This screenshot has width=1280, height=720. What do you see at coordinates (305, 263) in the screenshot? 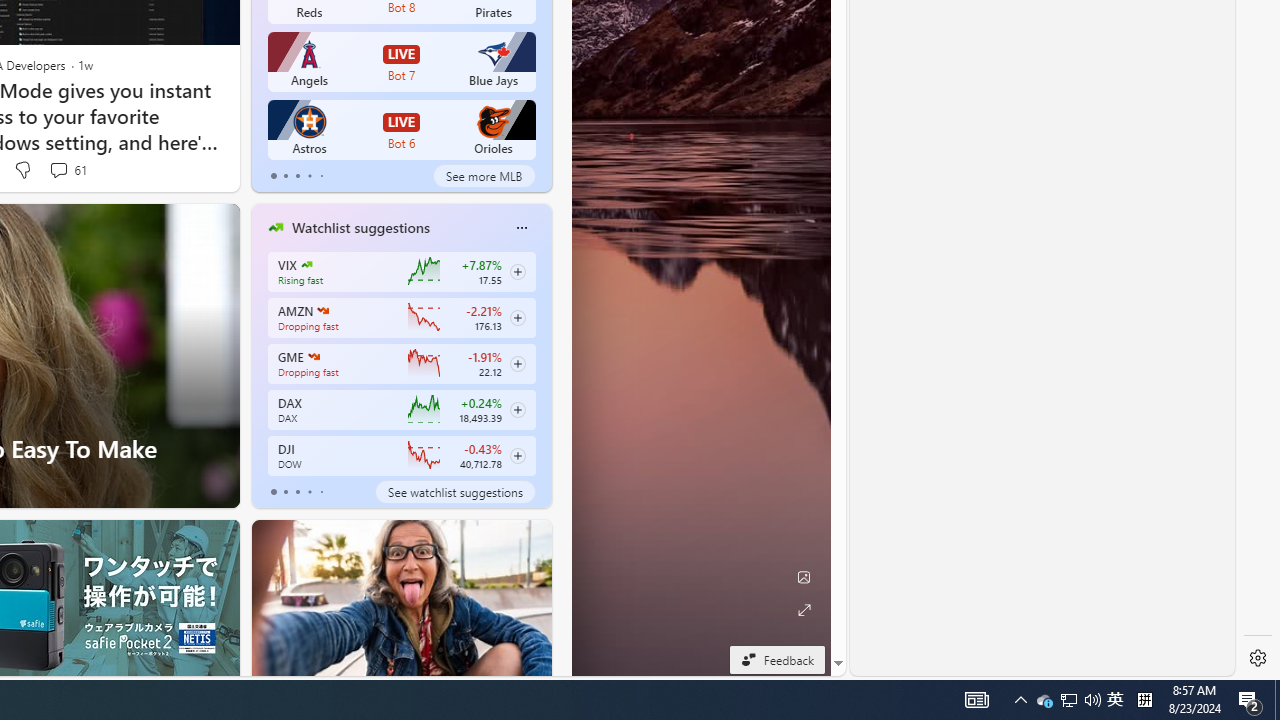
I see `'CBOE Market Volatility Index'` at bounding box center [305, 263].